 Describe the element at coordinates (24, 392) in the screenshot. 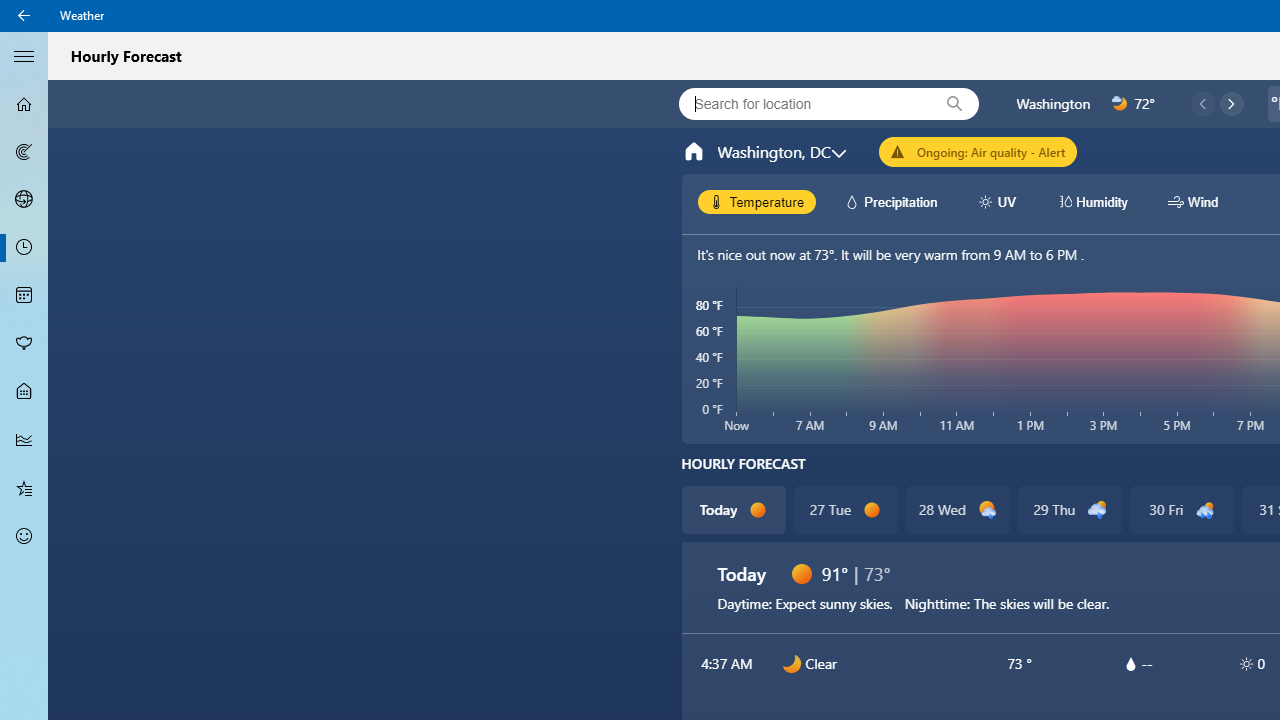

I see `'Life - Not Selected'` at that location.